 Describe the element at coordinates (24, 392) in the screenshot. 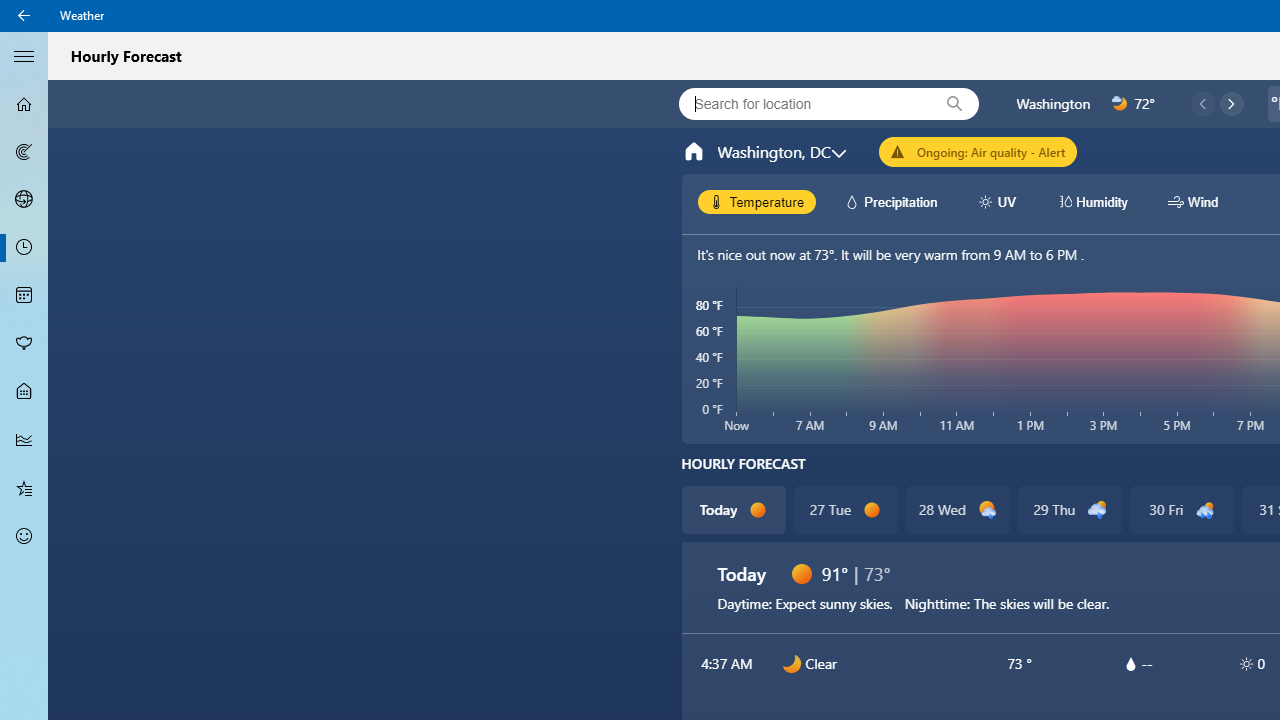

I see `'Life - Not Selected'` at that location.